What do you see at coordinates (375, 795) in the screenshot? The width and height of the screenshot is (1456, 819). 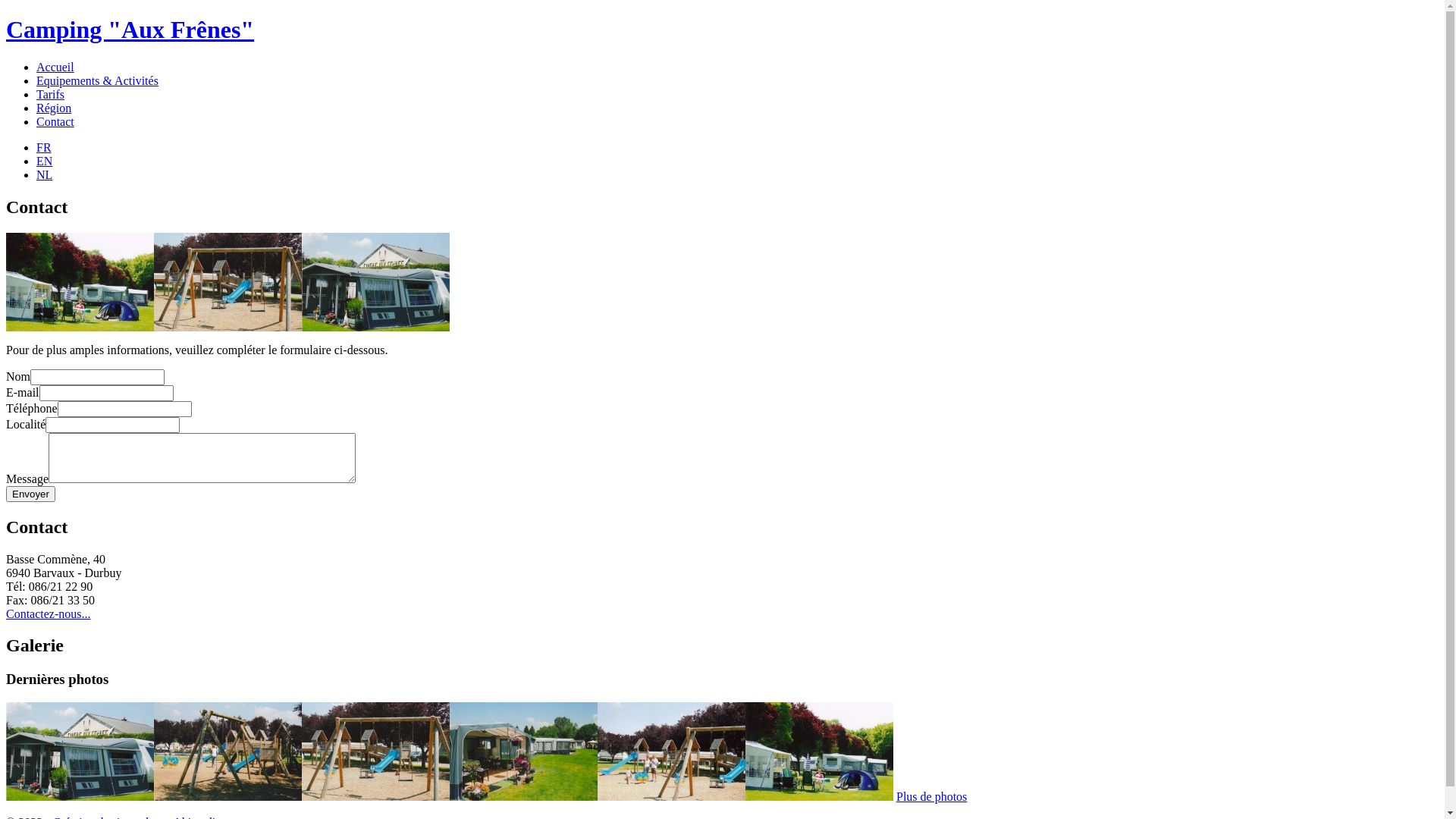 I see `'Plaine de jeux'` at bounding box center [375, 795].